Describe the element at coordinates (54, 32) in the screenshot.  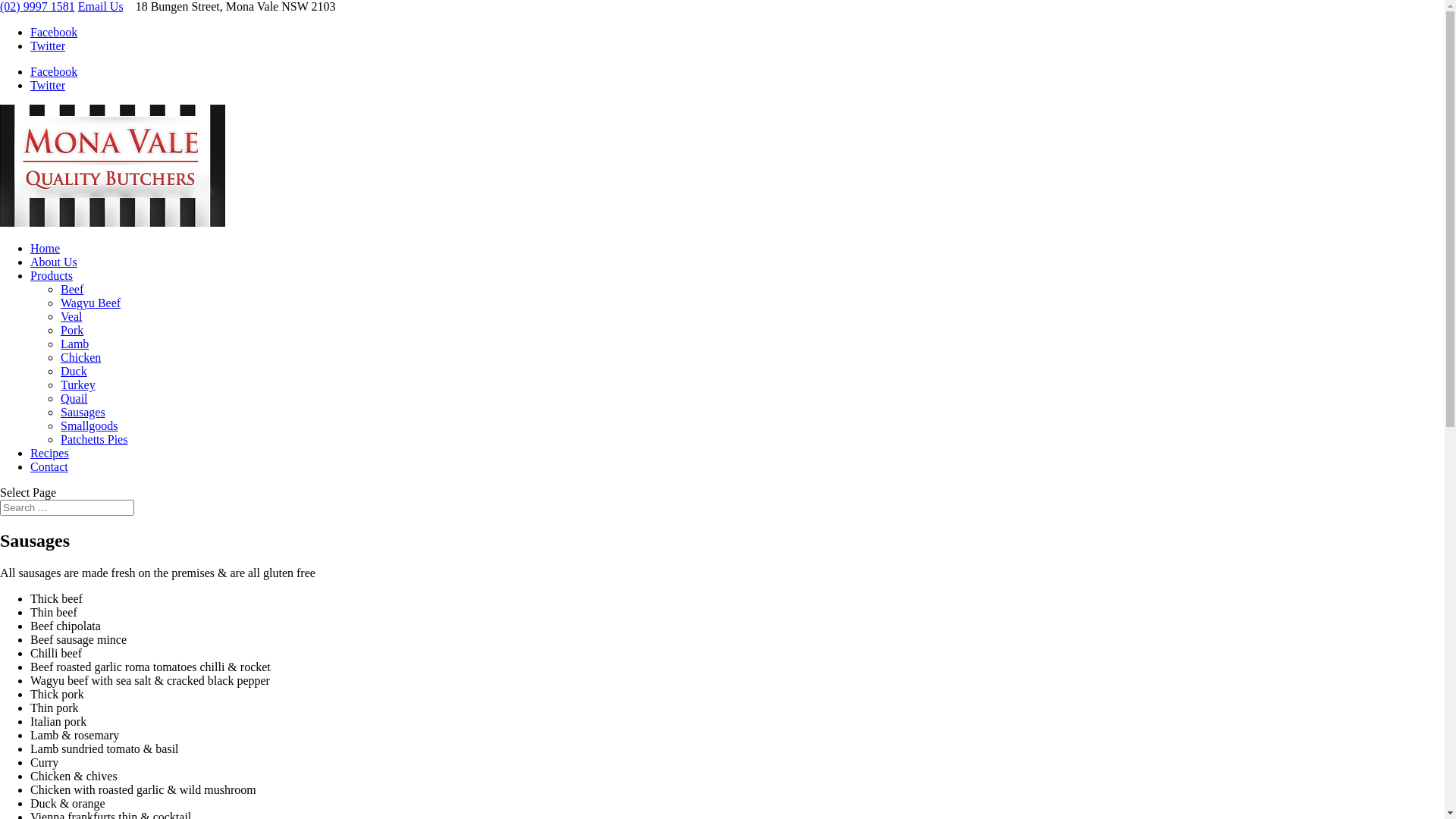
I see `'Facebook'` at that location.